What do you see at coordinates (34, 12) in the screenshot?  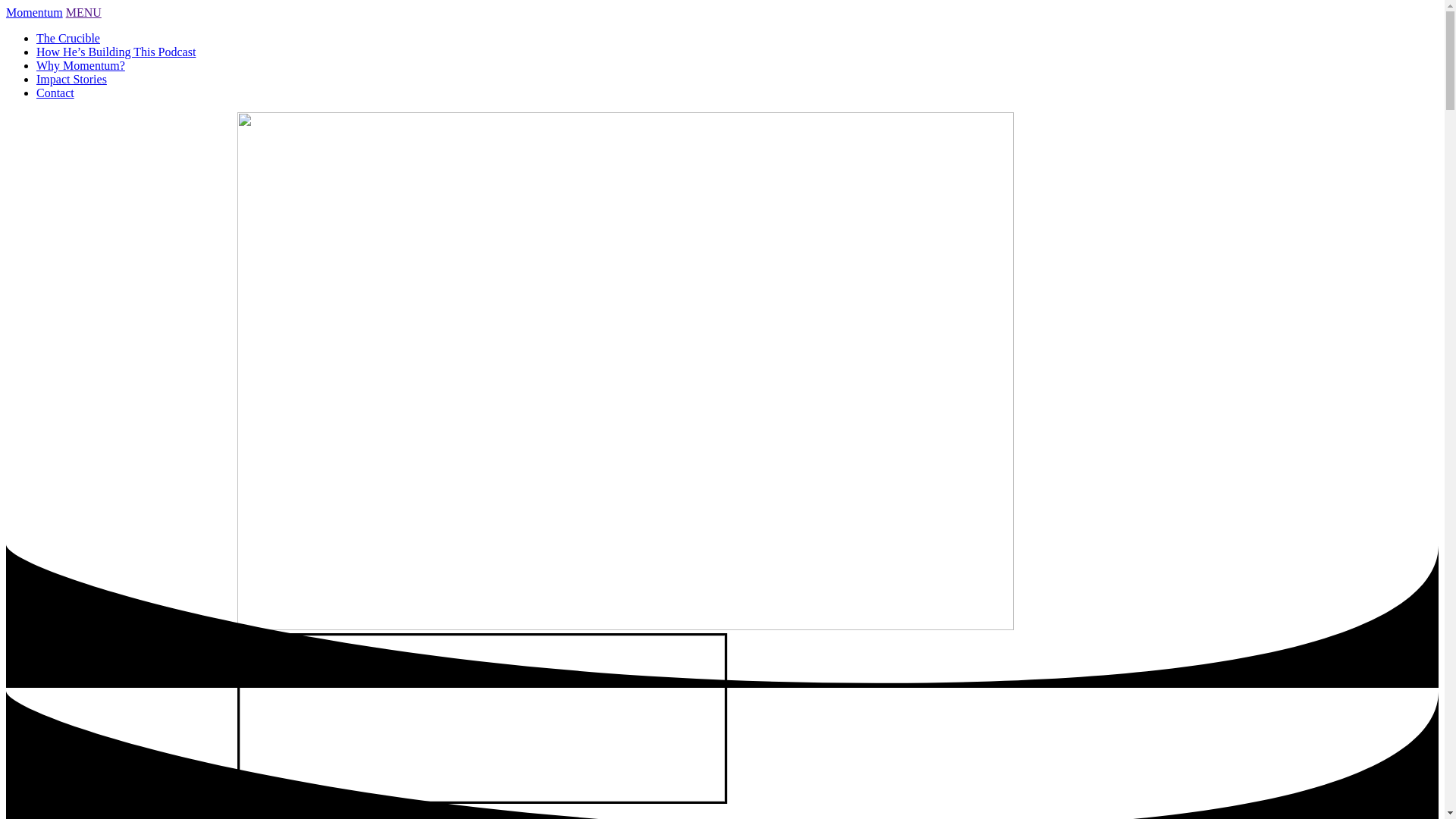 I see `'Momentum'` at bounding box center [34, 12].